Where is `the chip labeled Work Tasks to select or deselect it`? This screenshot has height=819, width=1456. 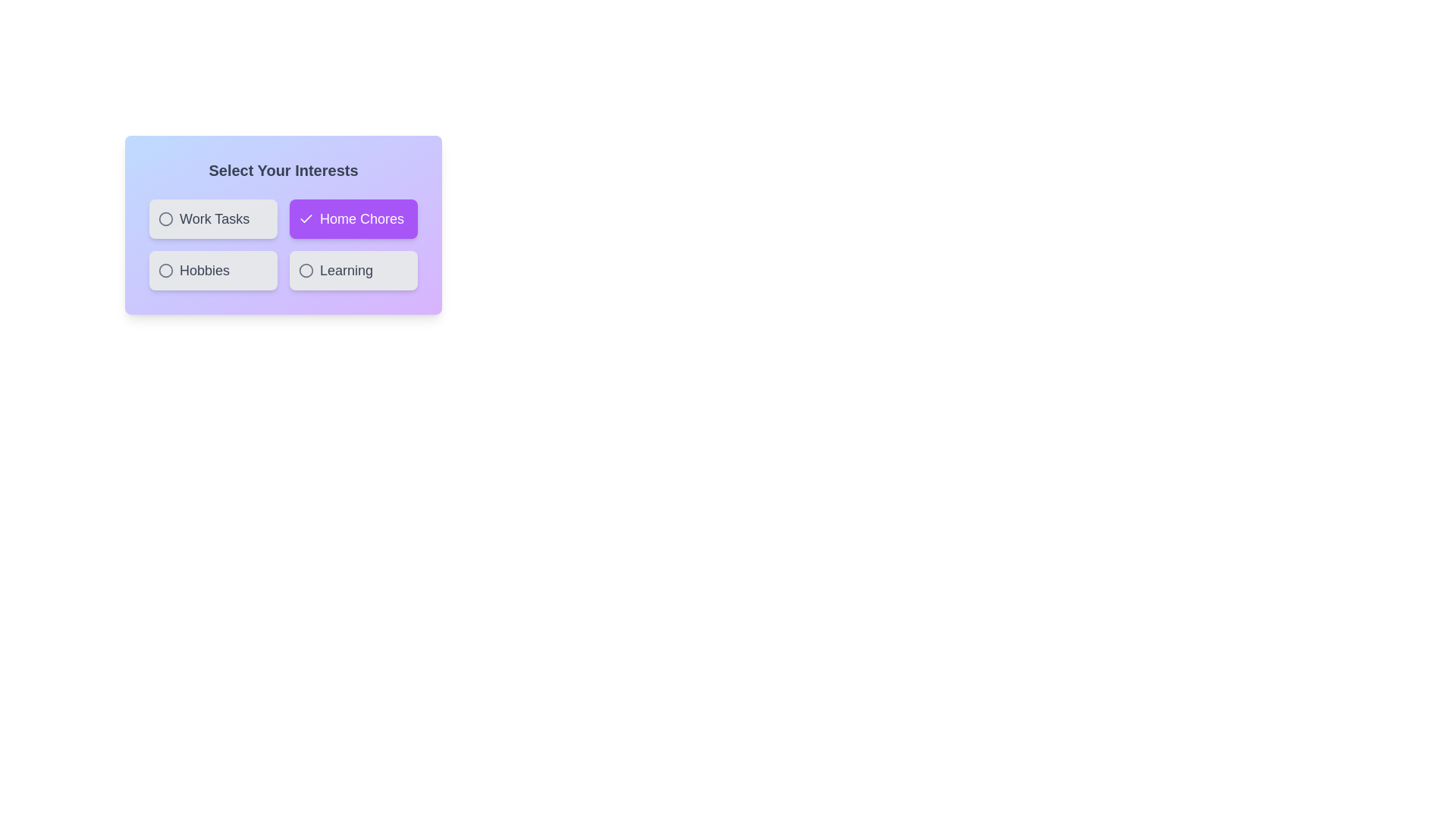 the chip labeled Work Tasks to select or deselect it is located at coordinates (212, 219).